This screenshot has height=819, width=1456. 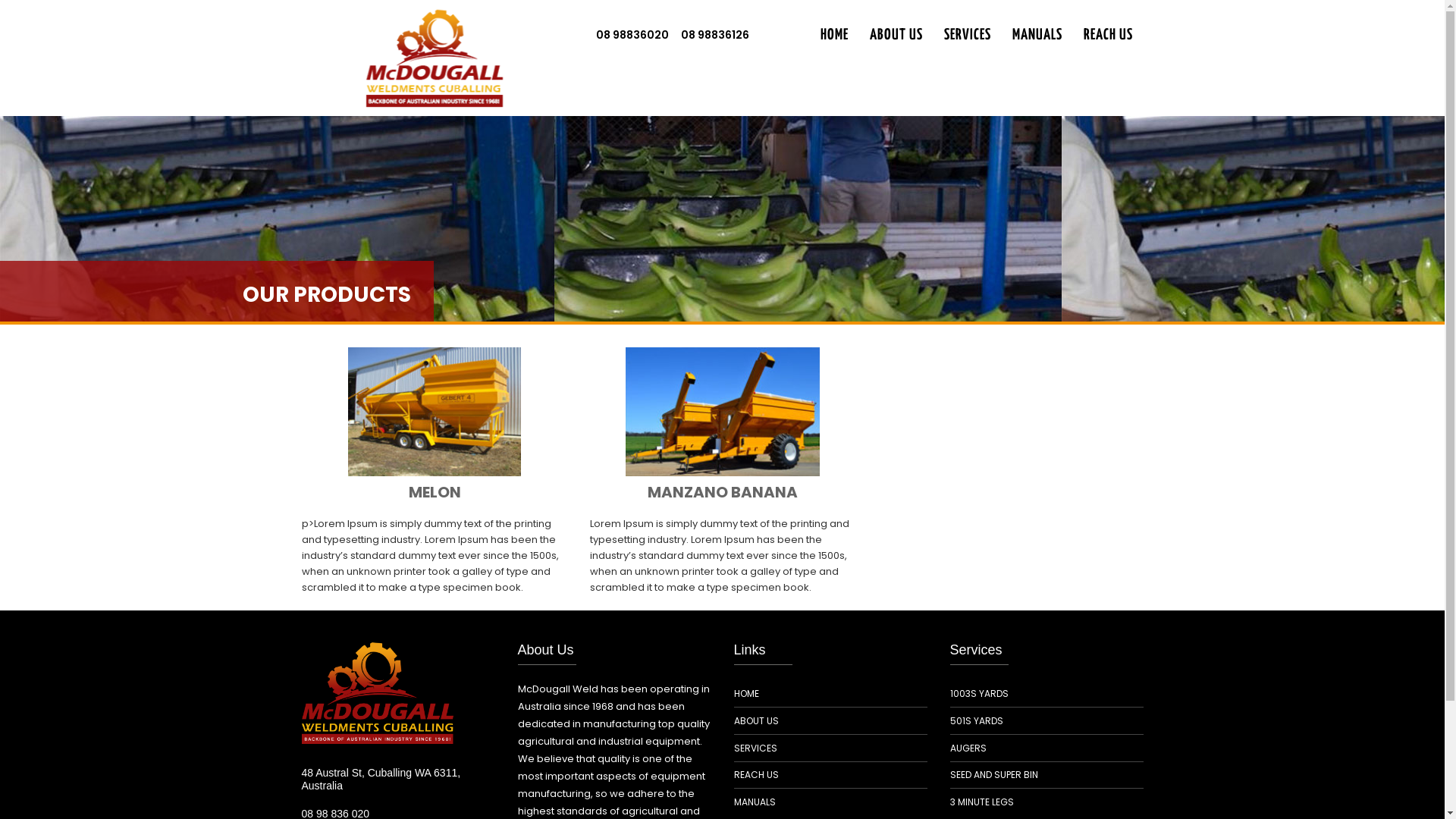 I want to click on 'HOME', so click(x=833, y=35).